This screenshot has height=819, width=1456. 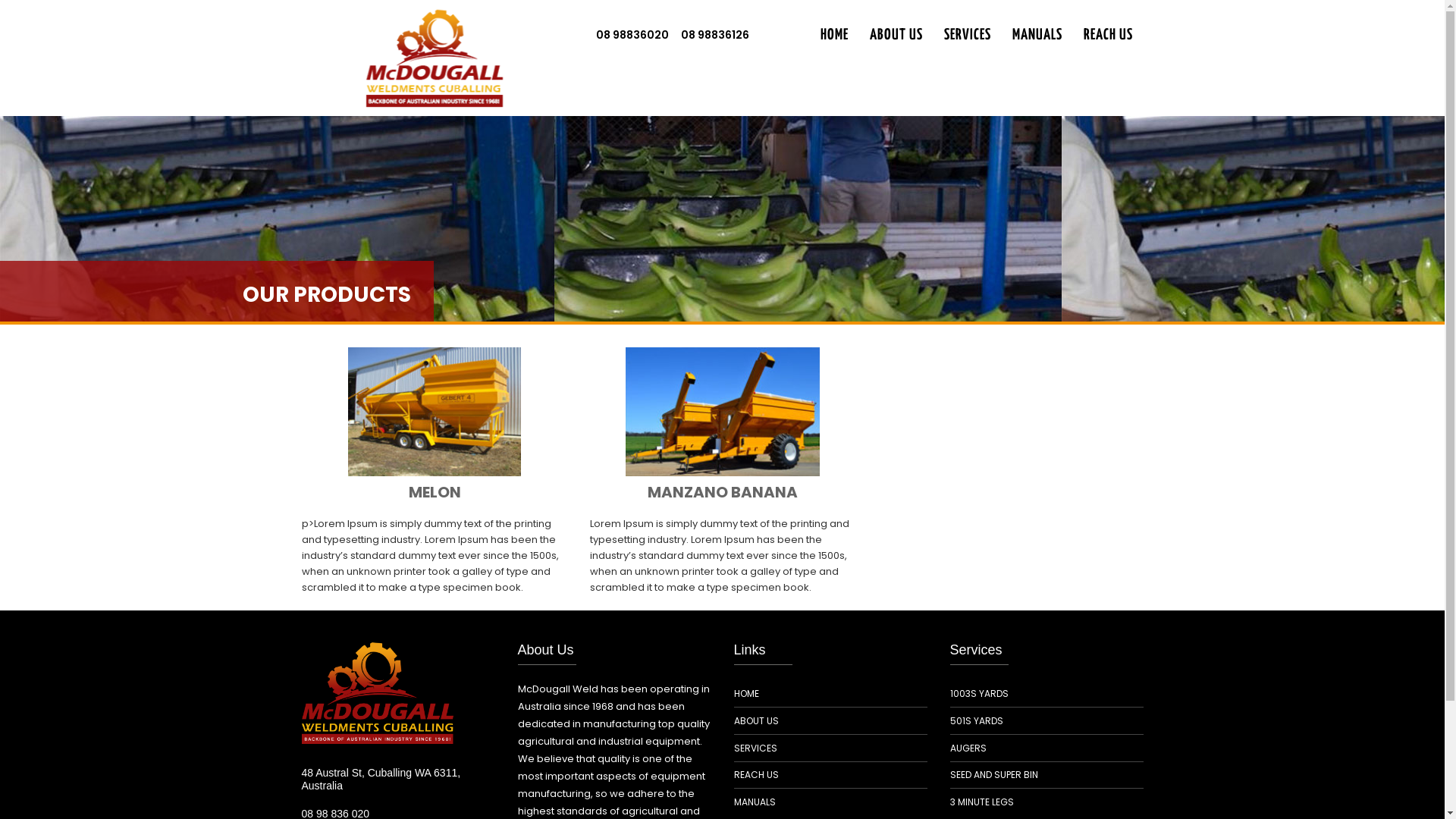 I want to click on 'HOME', so click(x=833, y=35).